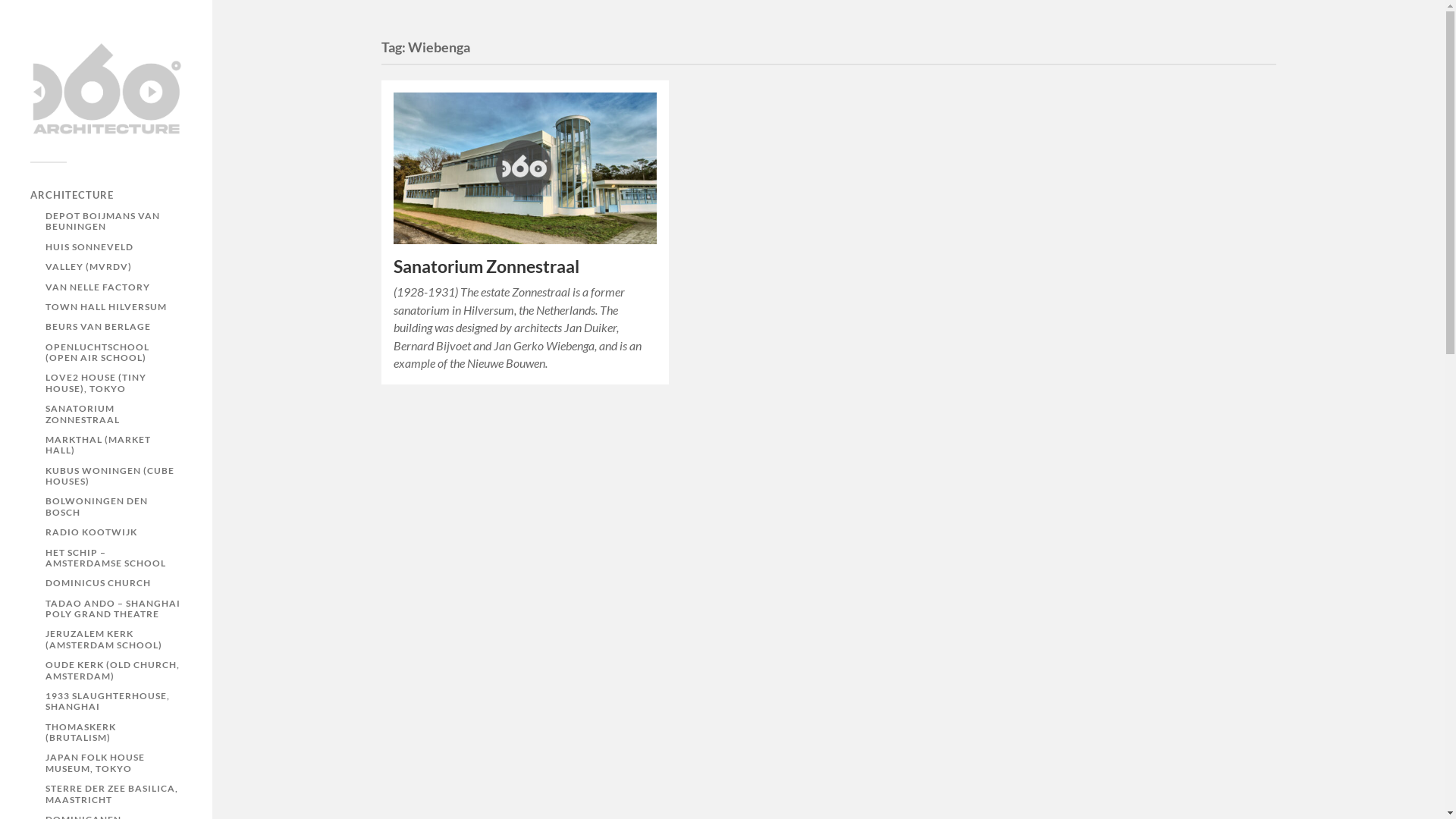  Describe the element at coordinates (97, 444) in the screenshot. I see `'MARKTHAL (MARKET HALL)'` at that location.